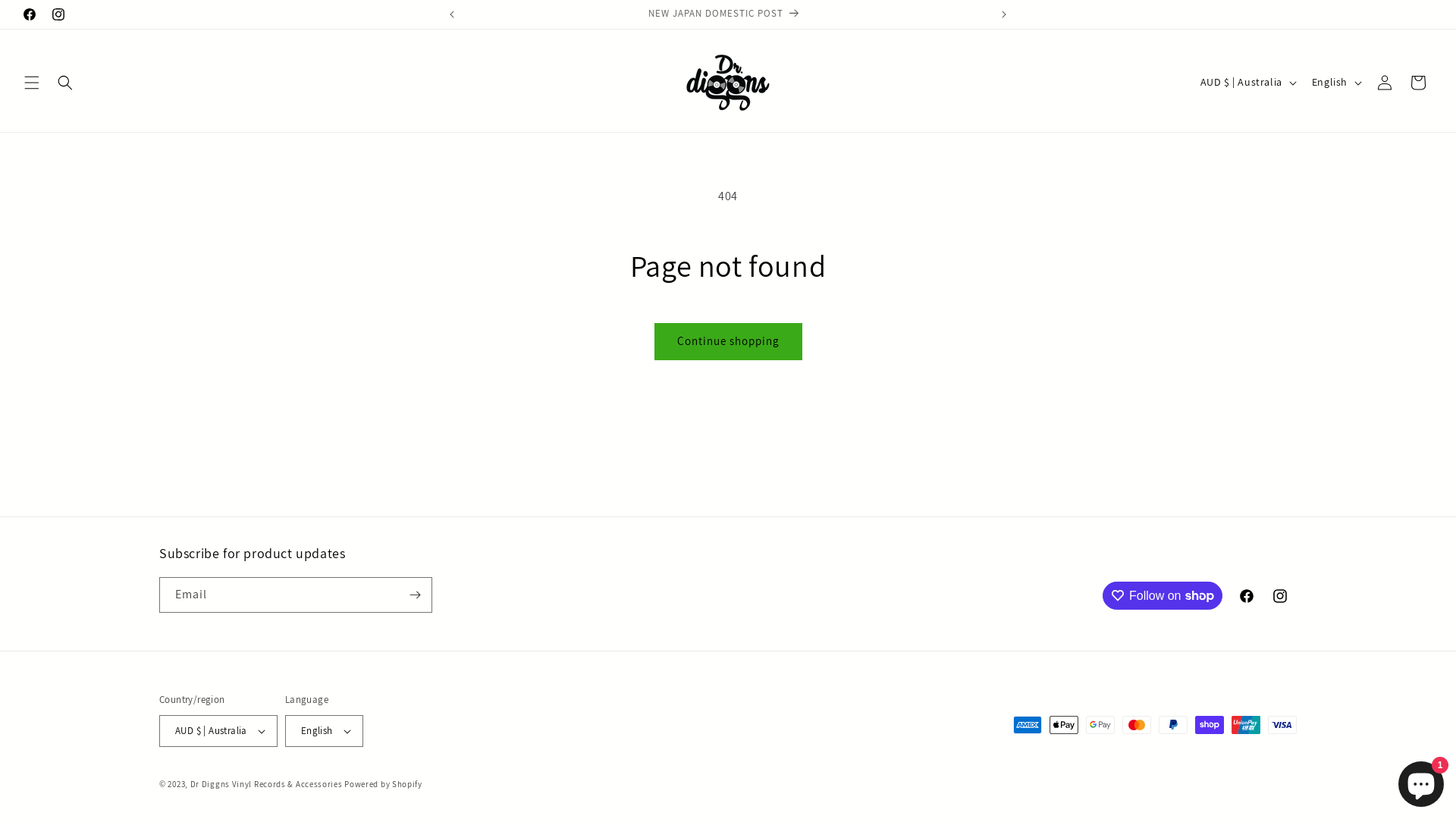  What do you see at coordinates (383, 783) in the screenshot?
I see `'Powered by Shopify'` at bounding box center [383, 783].